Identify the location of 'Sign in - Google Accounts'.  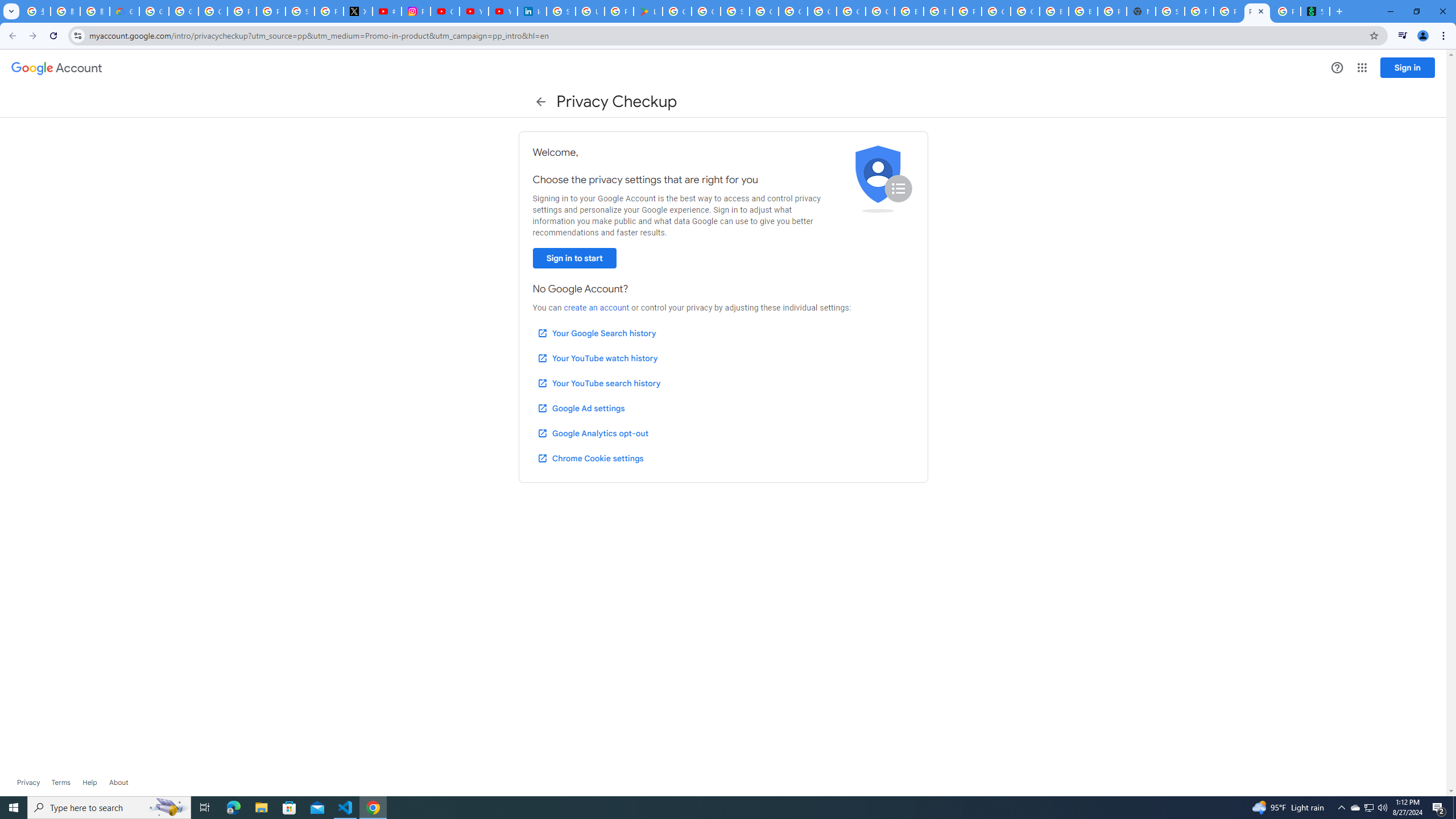
(734, 11).